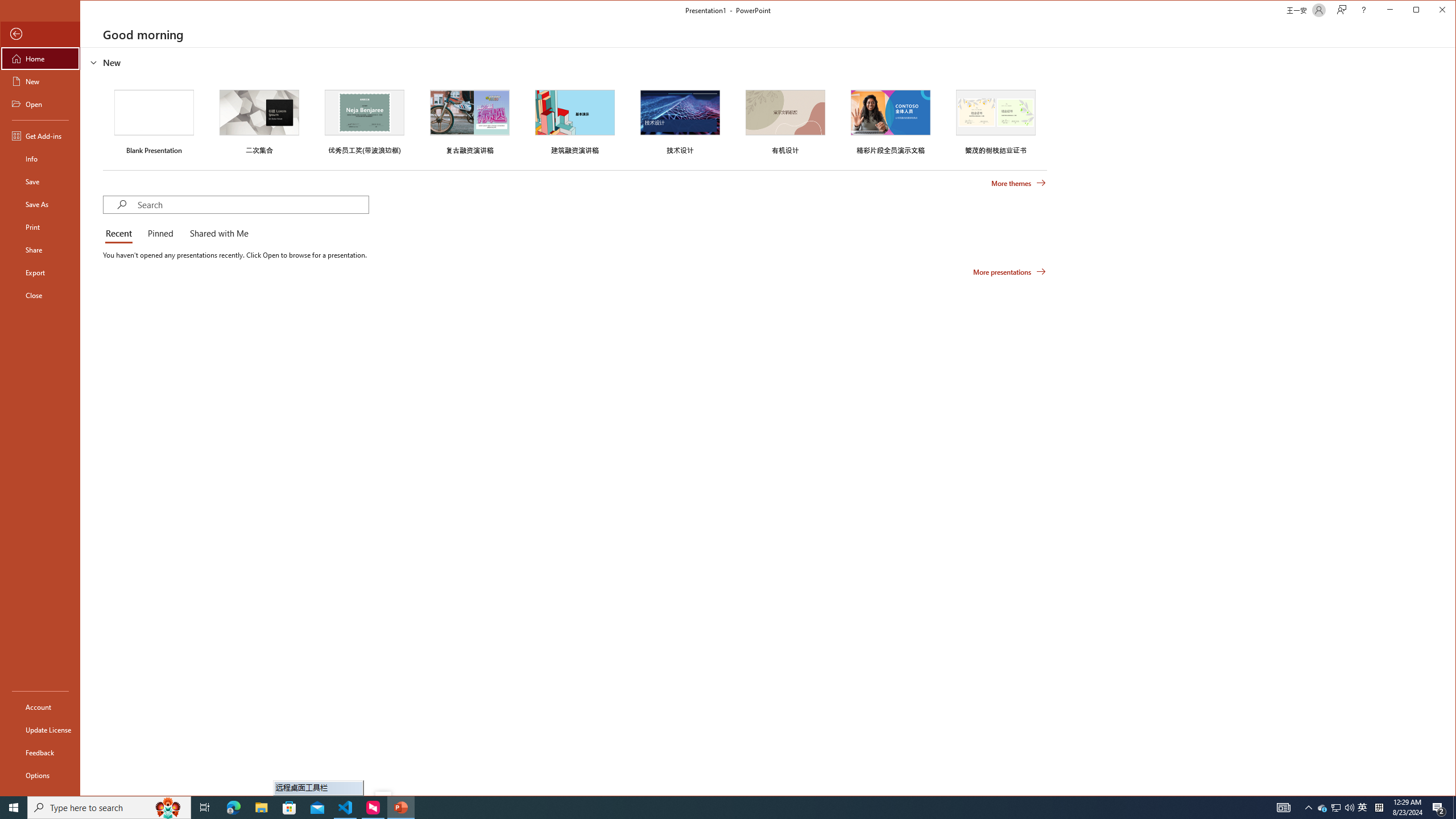 The height and width of the screenshot is (819, 1456). What do you see at coordinates (39, 135) in the screenshot?
I see `'Get Add-ins'` at bounding box center [39, 135].